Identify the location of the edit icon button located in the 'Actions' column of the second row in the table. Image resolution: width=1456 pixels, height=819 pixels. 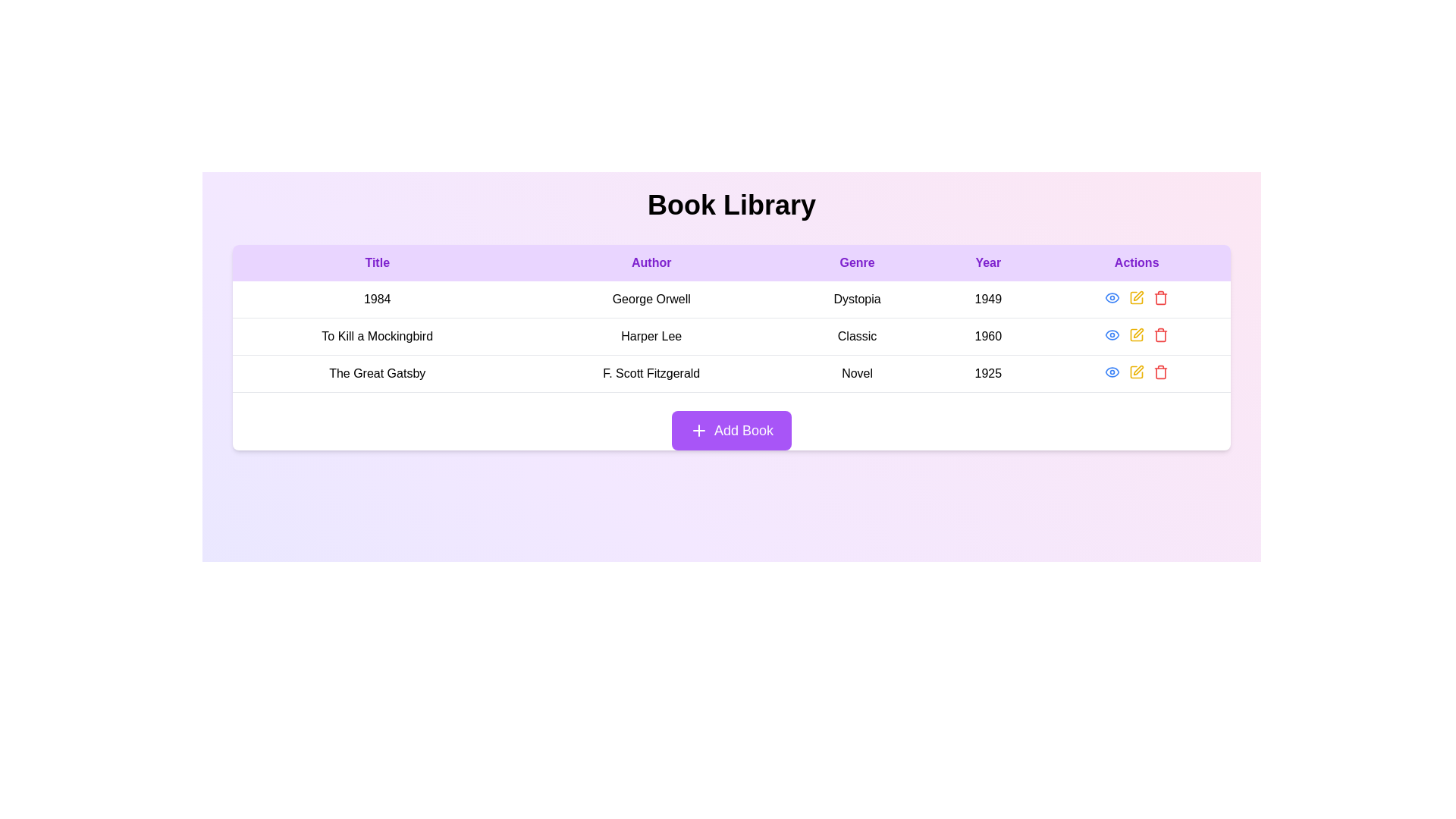
(1136, 334).